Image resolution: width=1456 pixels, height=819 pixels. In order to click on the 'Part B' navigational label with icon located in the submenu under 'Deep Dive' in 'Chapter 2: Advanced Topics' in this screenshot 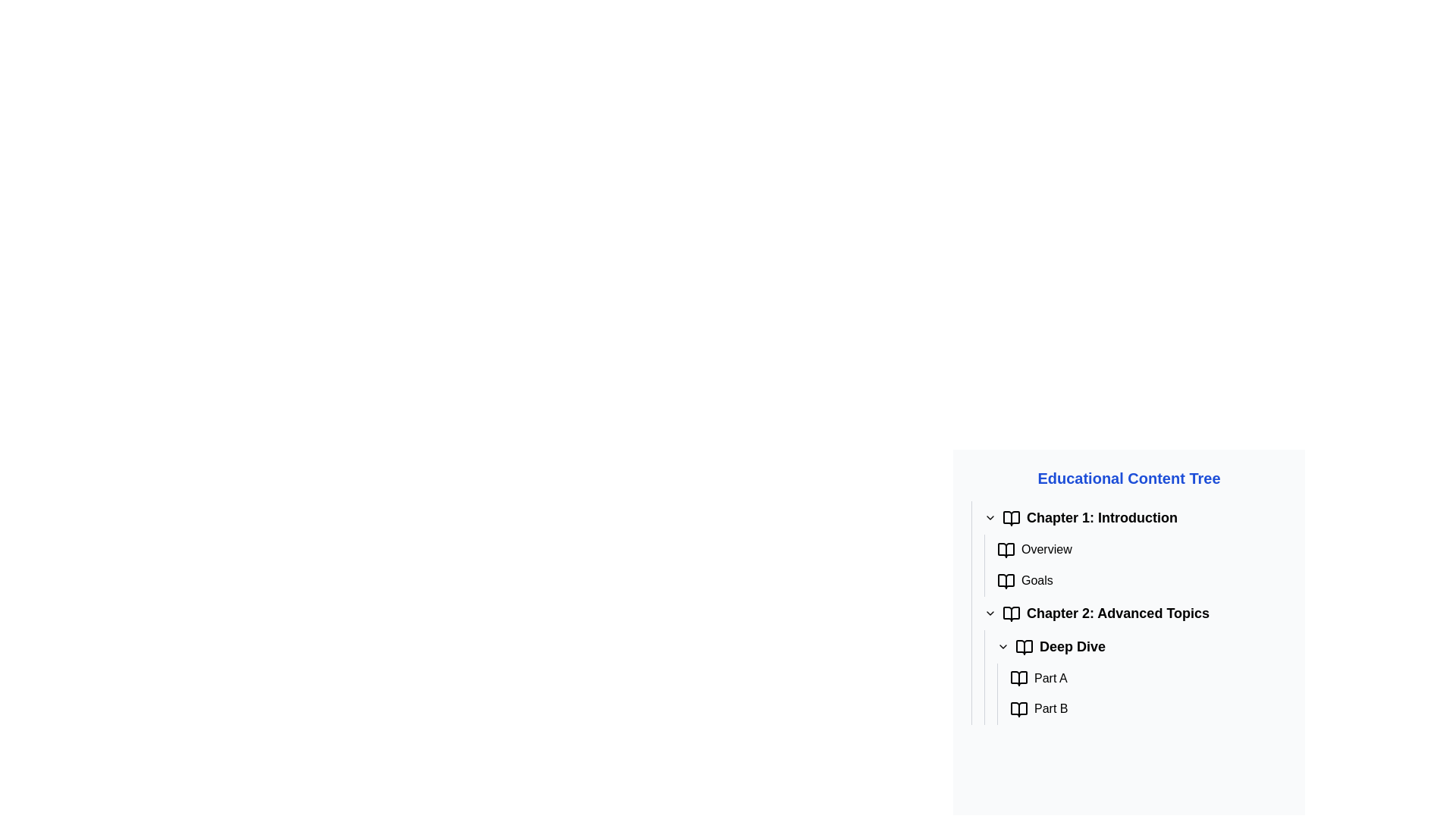, I will do `click(1038, 709)`.